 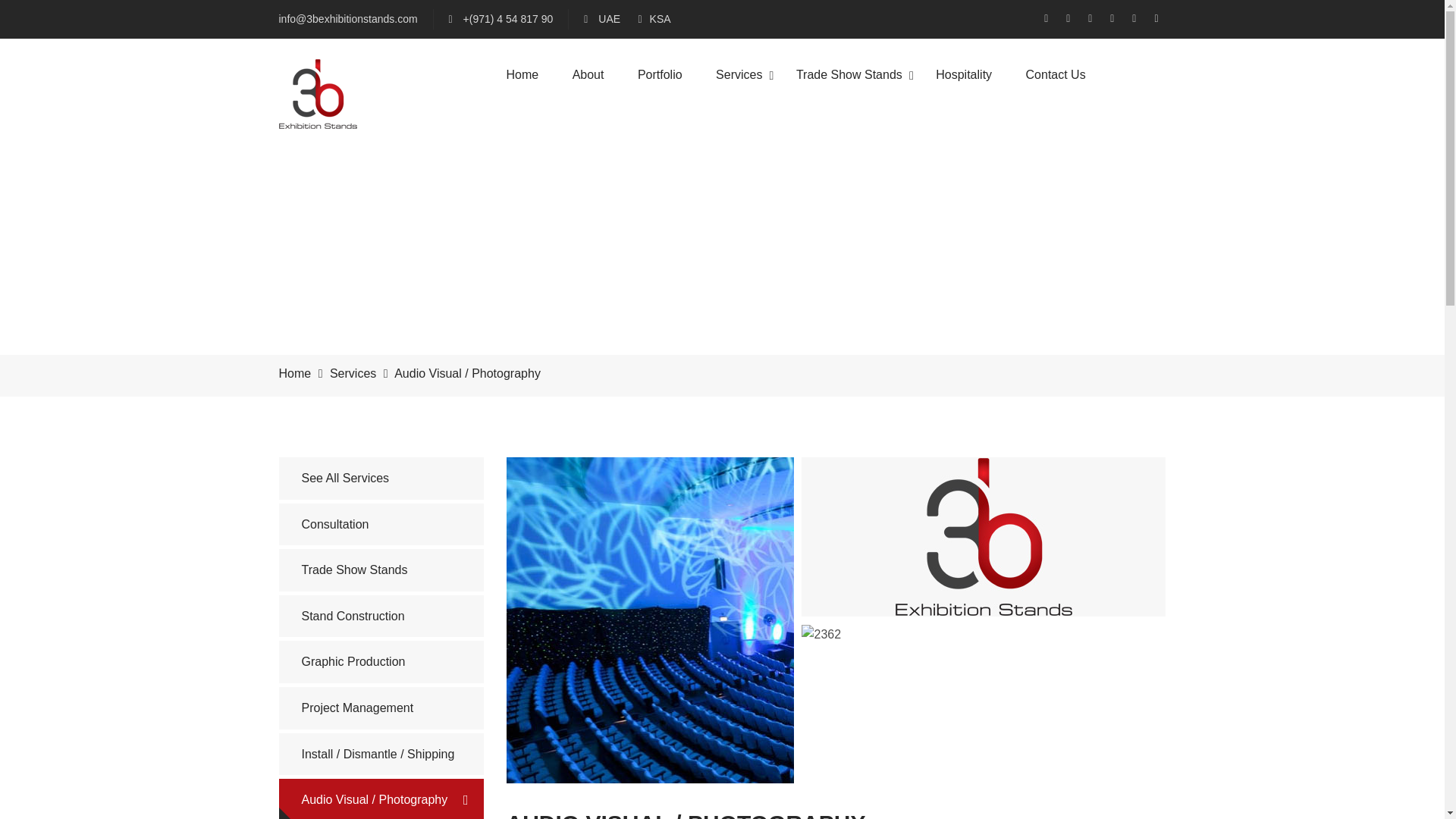 I want to click on 'See All Services', so click(x=302, y=479).